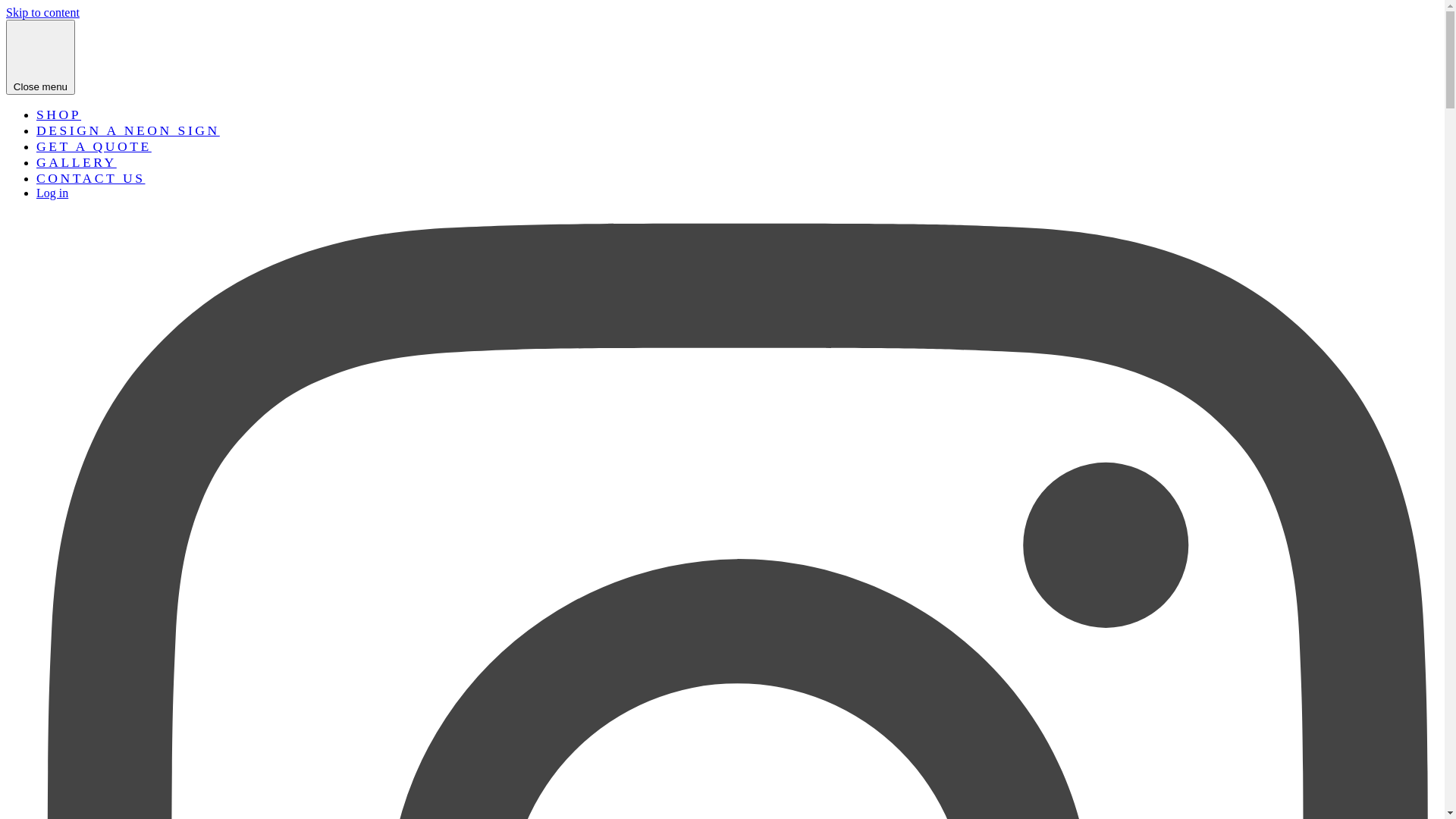 The width and height of the screenshot is (1456, 819). What do you see at coordinates (93, 146) in the screenshot?
I see `'GET A QUOTE'` at bounding box center [93, 146].